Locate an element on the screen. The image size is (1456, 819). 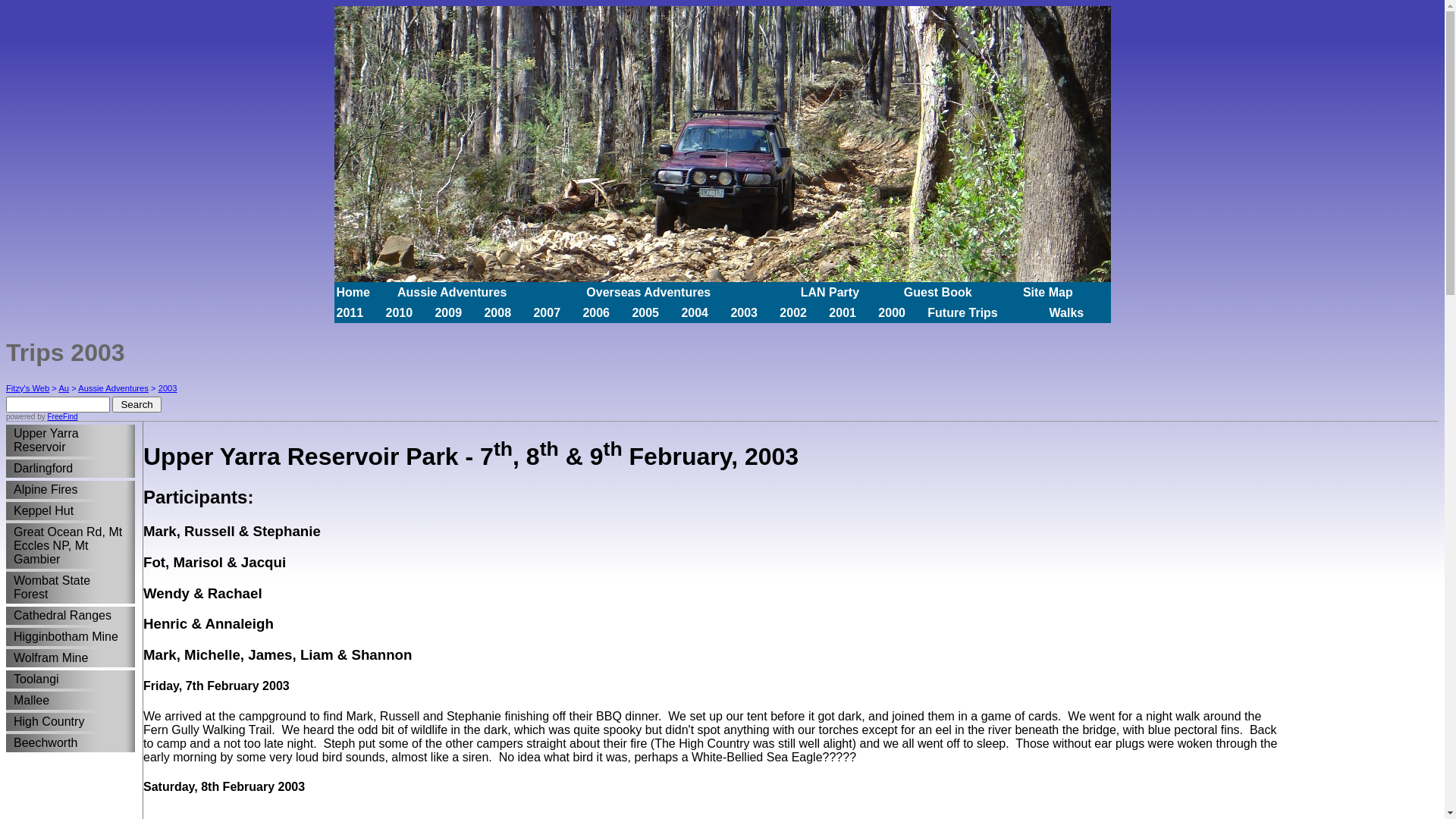
'Alpine Fires' is located at coordinates (65, 489).